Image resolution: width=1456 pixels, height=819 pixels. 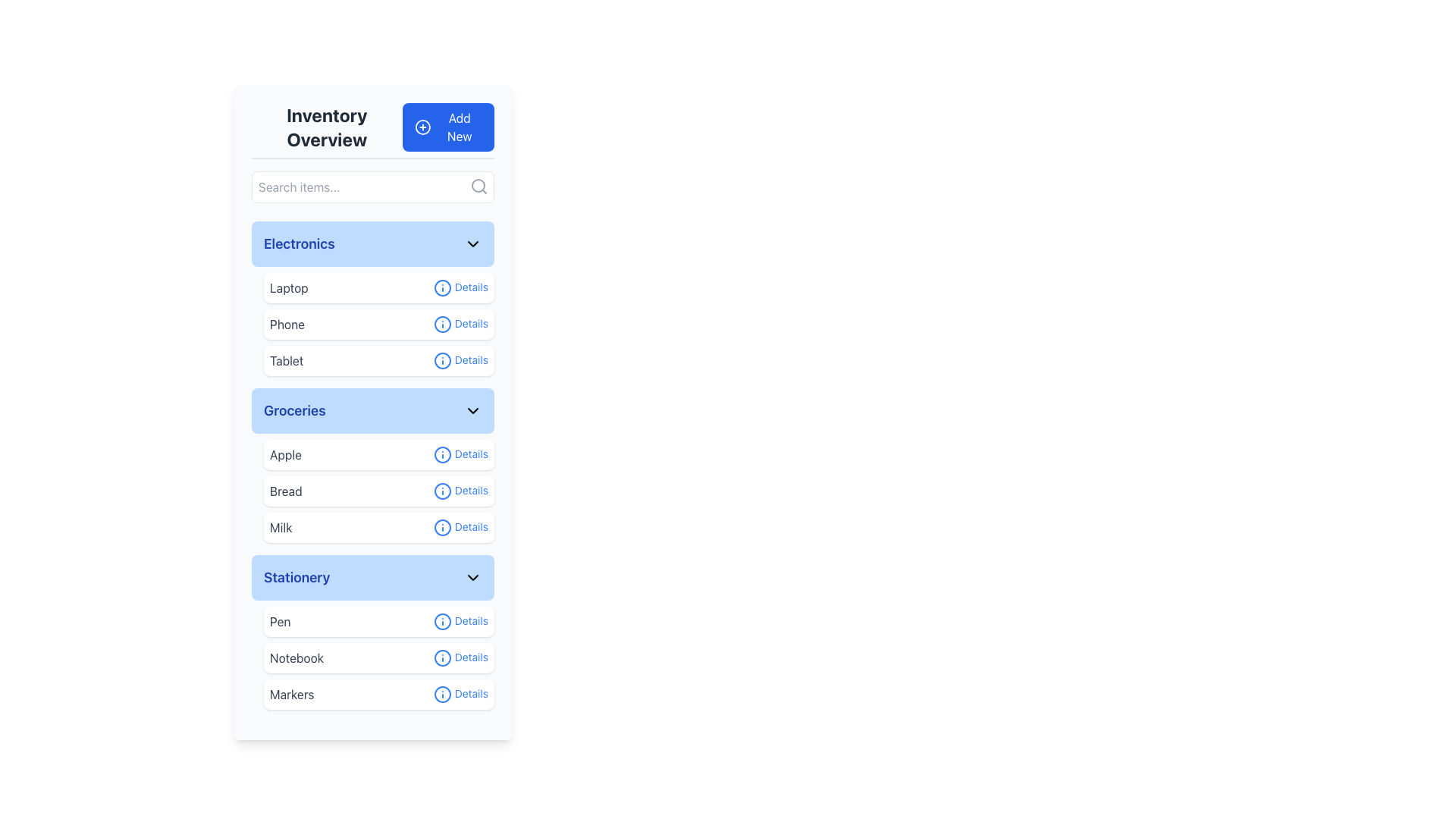 I want to click on the downward-pointing chevron icon styled as part of the 'lucide' library, located at the top right of the blue 'Electronics' header section, so click(x=472, y=243).